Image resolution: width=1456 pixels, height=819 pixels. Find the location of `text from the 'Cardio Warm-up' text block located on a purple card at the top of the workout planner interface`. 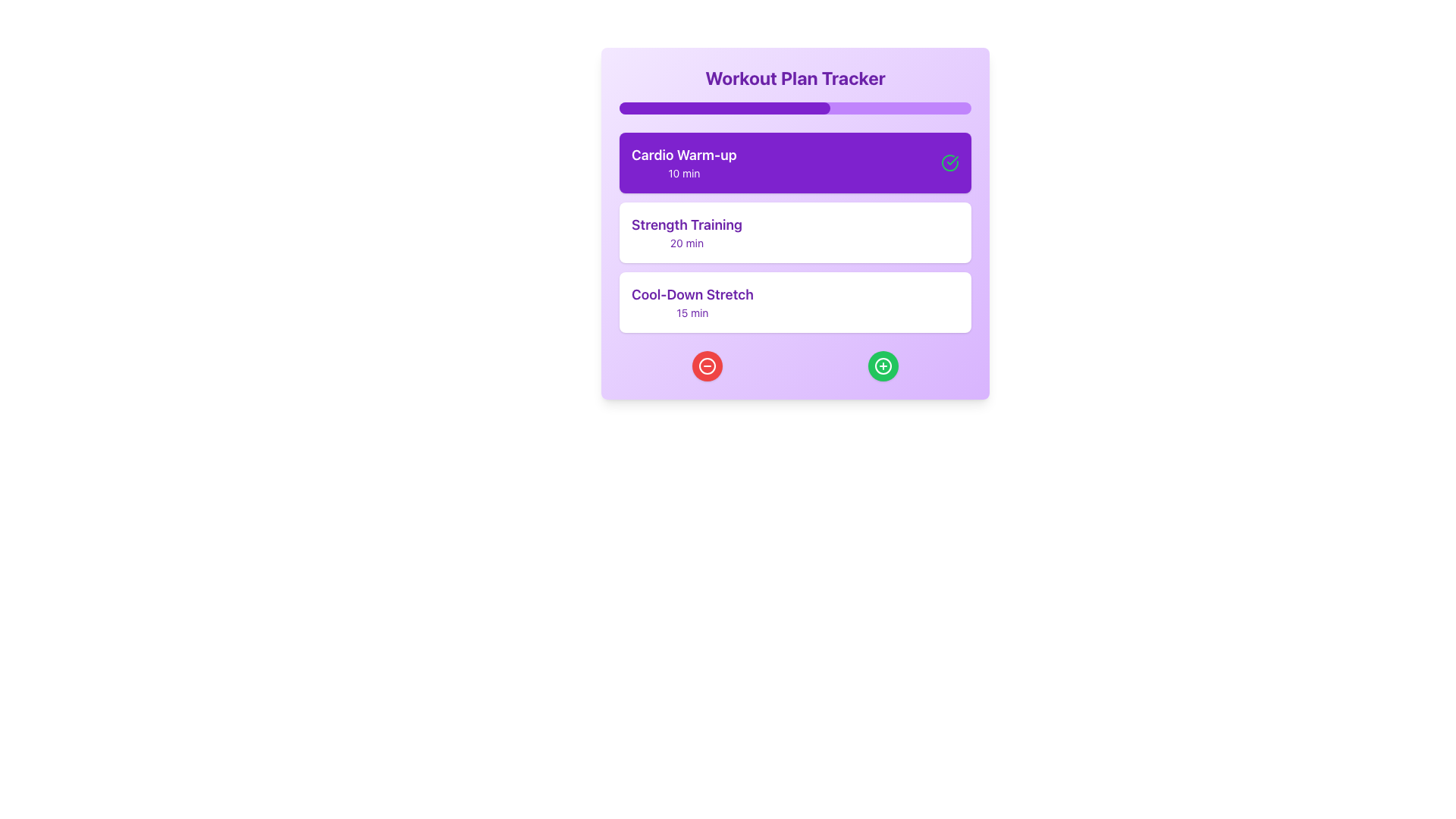

text from the 'Cardio Warm-up' text block located on a purple card at the top of the workout planner interface is located at coordinates (683, 163).